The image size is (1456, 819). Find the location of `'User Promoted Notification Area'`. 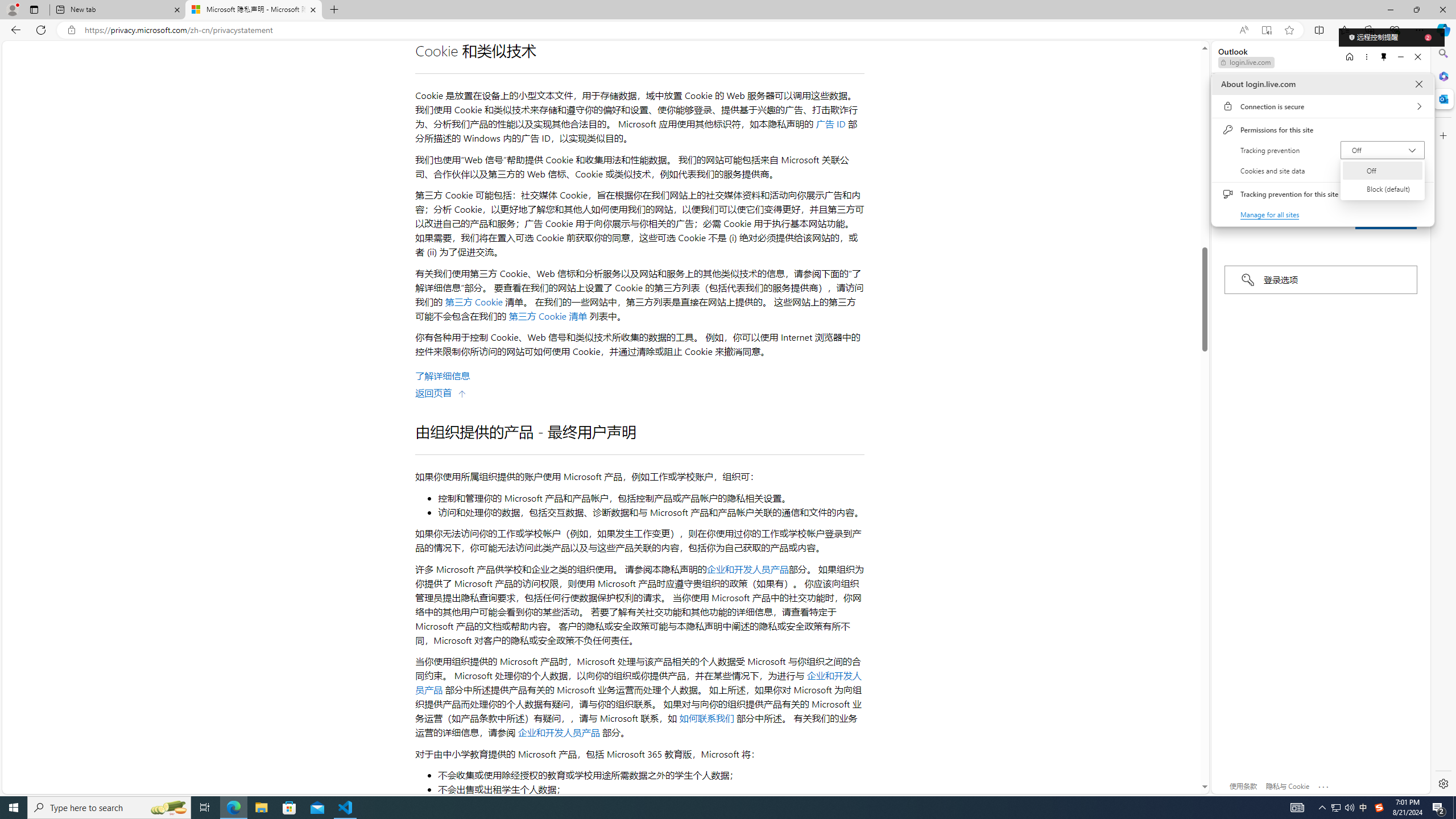

'User Promoted Notification Area' is located at coordinates (1342, 806).